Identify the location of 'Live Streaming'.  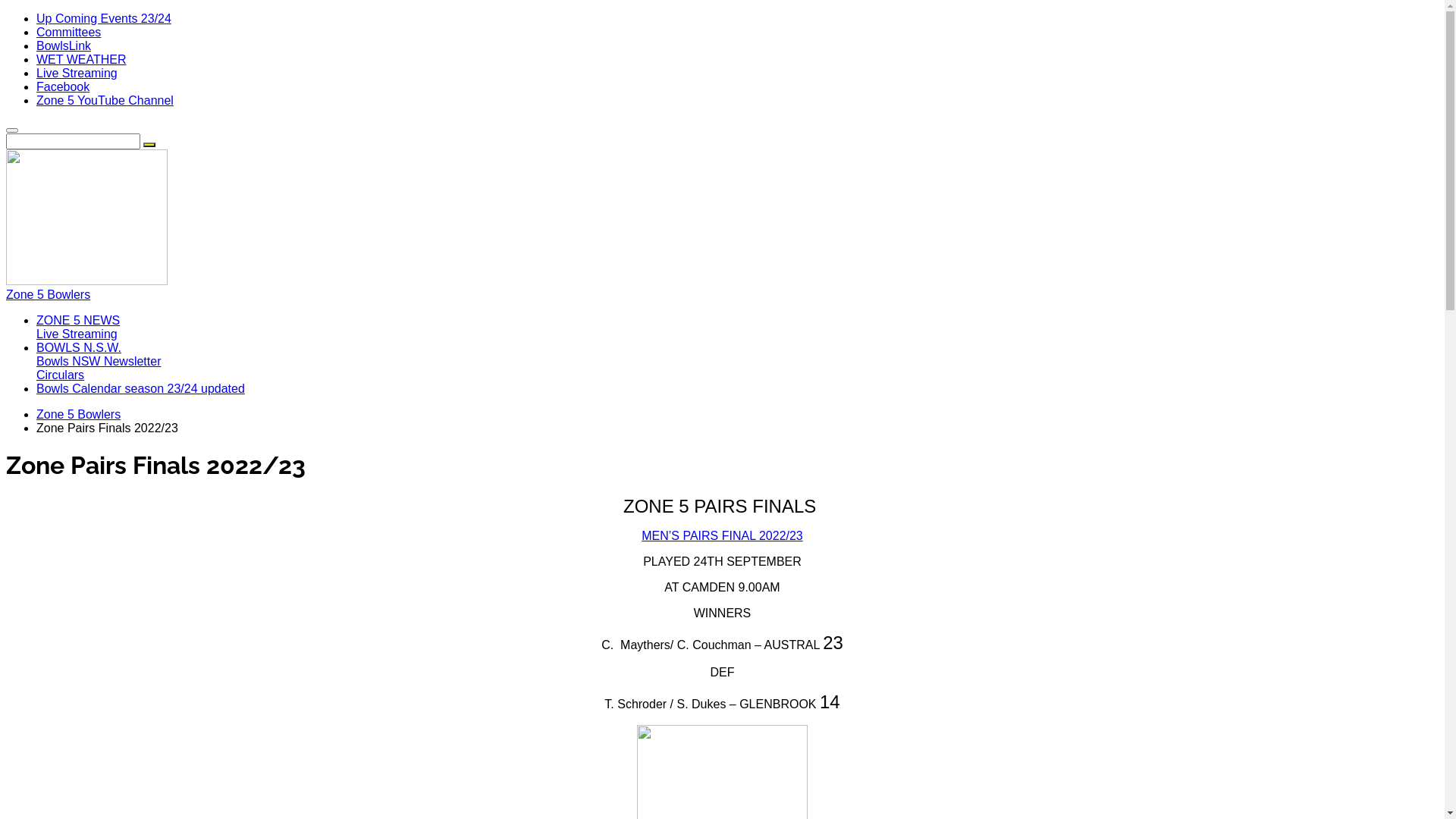
(76, 73).